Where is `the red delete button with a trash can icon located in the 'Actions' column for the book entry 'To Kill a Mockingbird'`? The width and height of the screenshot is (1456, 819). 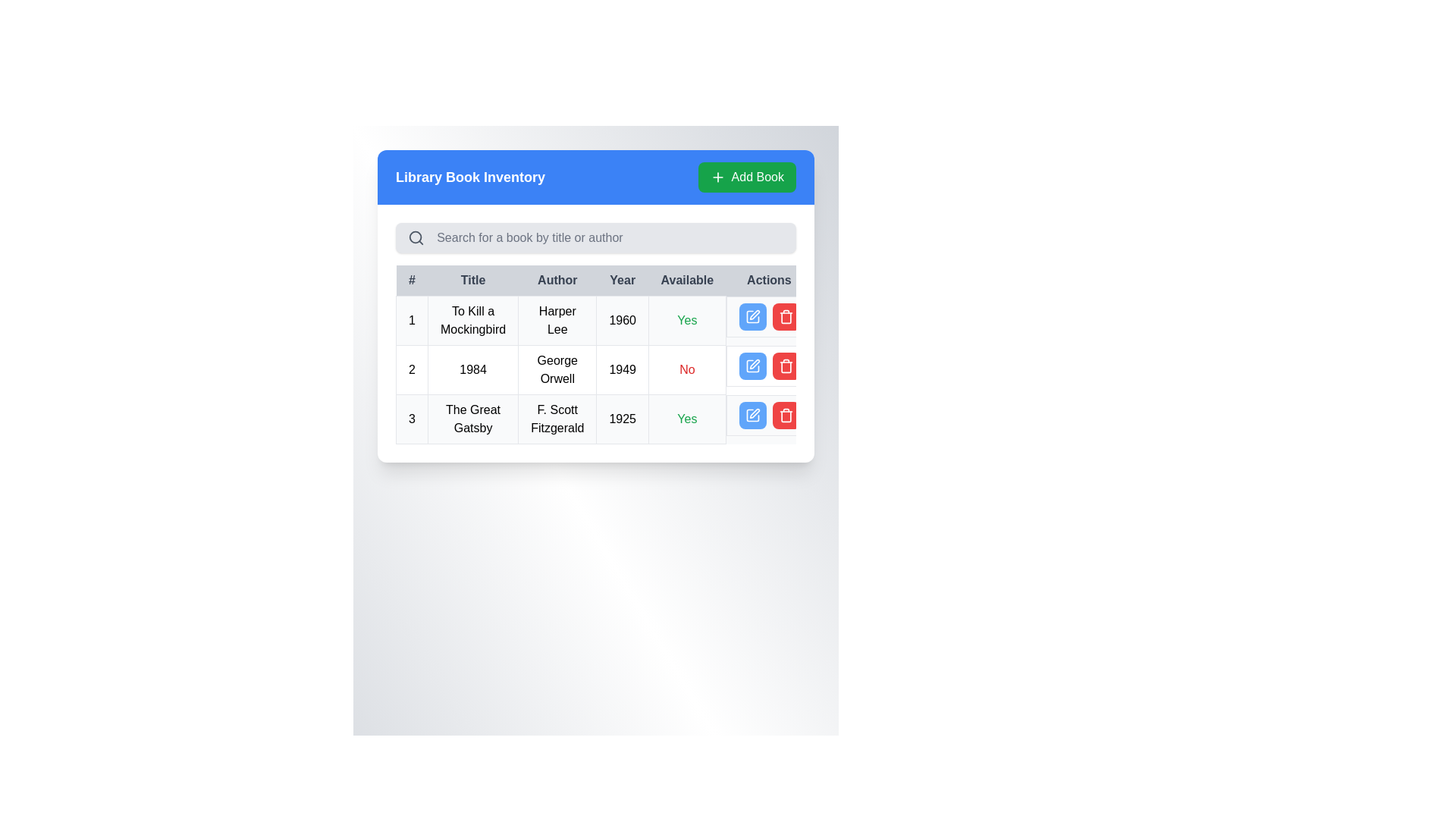
the red delete button with a trash can icon located in the 'Actions' column for the book entry 'To Kill a Mockingbird' is located at coordinates (786, 315).